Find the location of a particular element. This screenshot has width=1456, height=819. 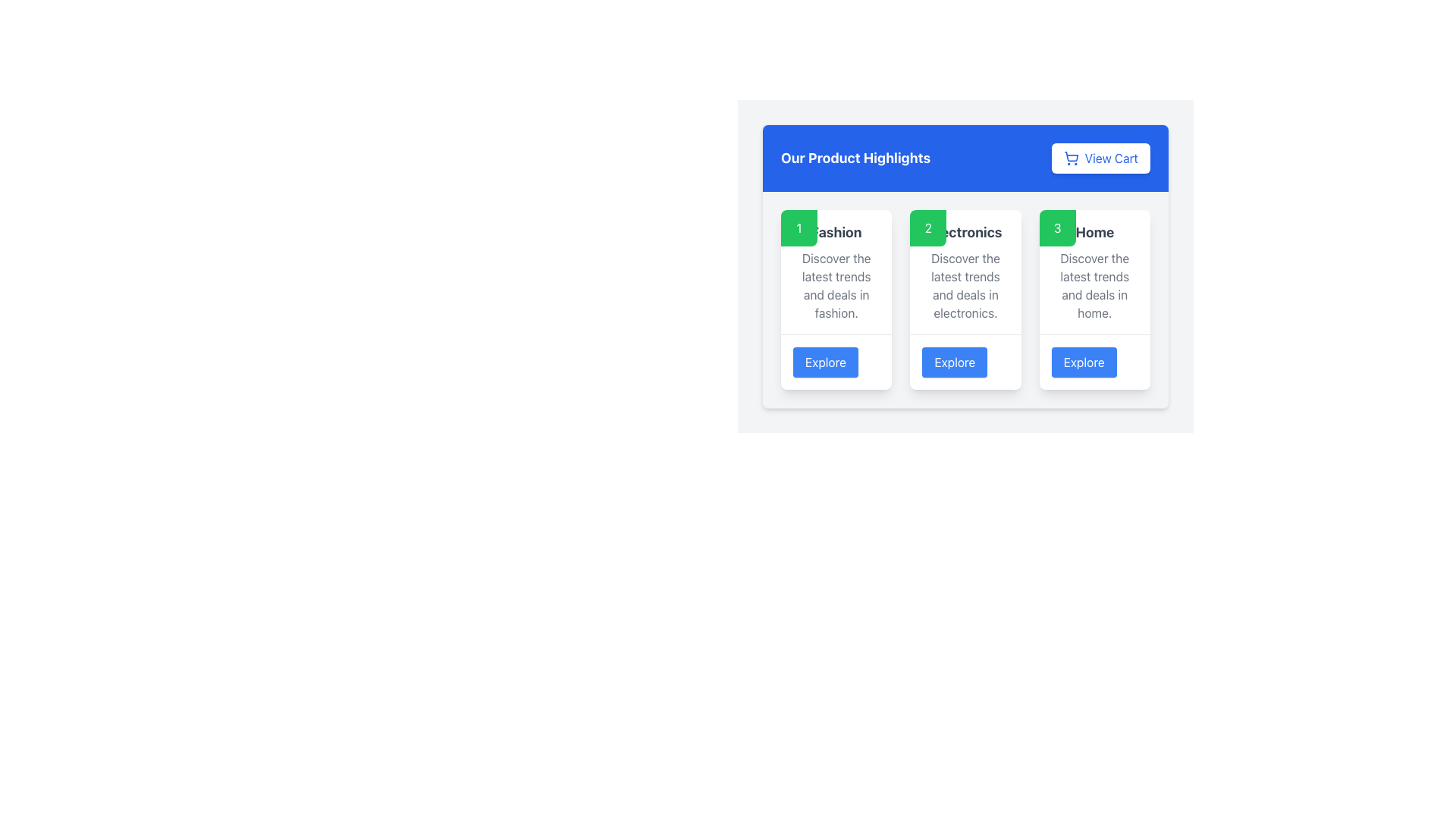

the first card in the grid layout under the header 'Our Product Highlights' is located at coordinates (836, 300).